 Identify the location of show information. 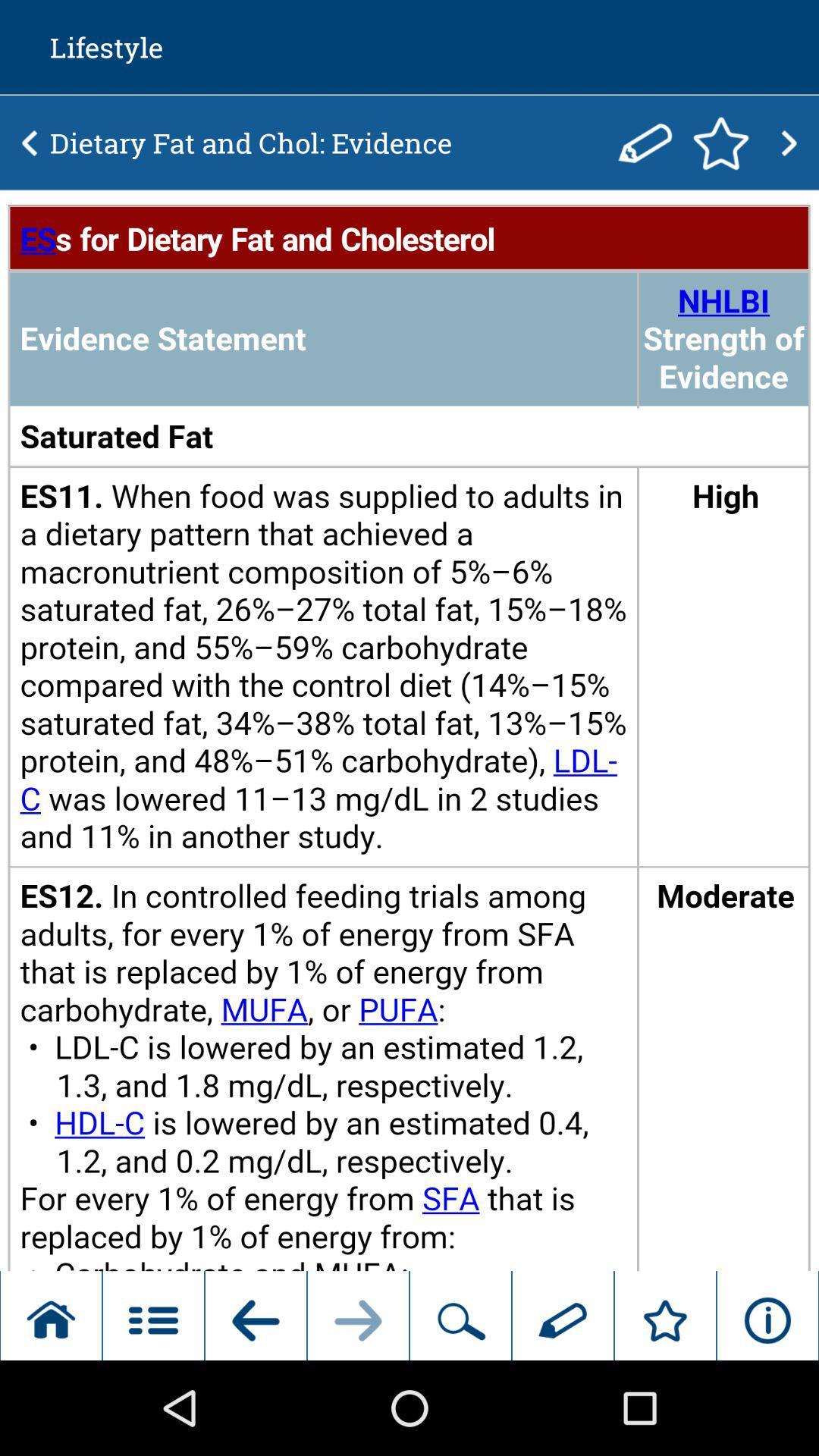
(409, 731).